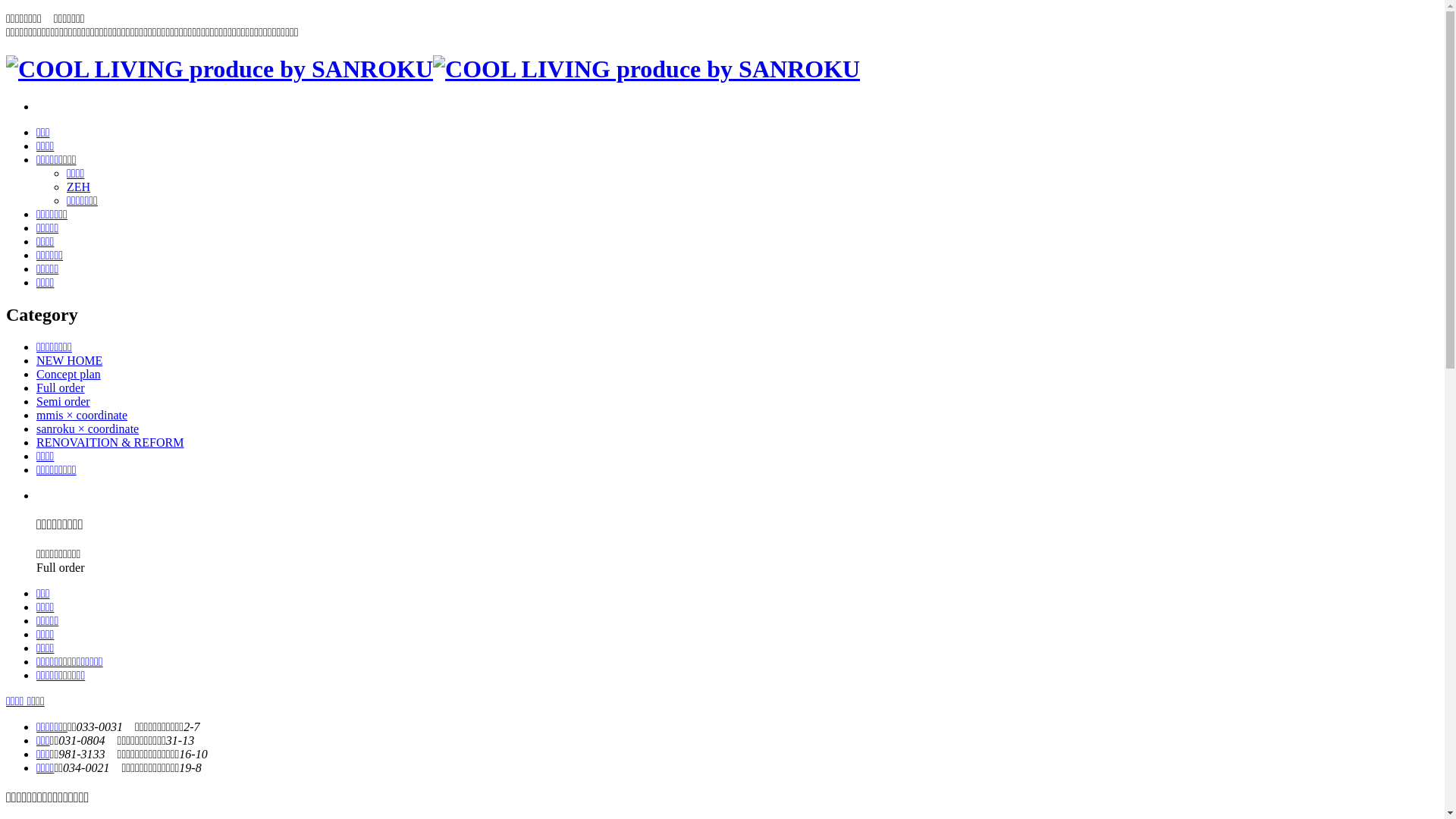  Describe the element at coordinates (65, 186) in the screenshot. I see `'ZEH'` at that location.